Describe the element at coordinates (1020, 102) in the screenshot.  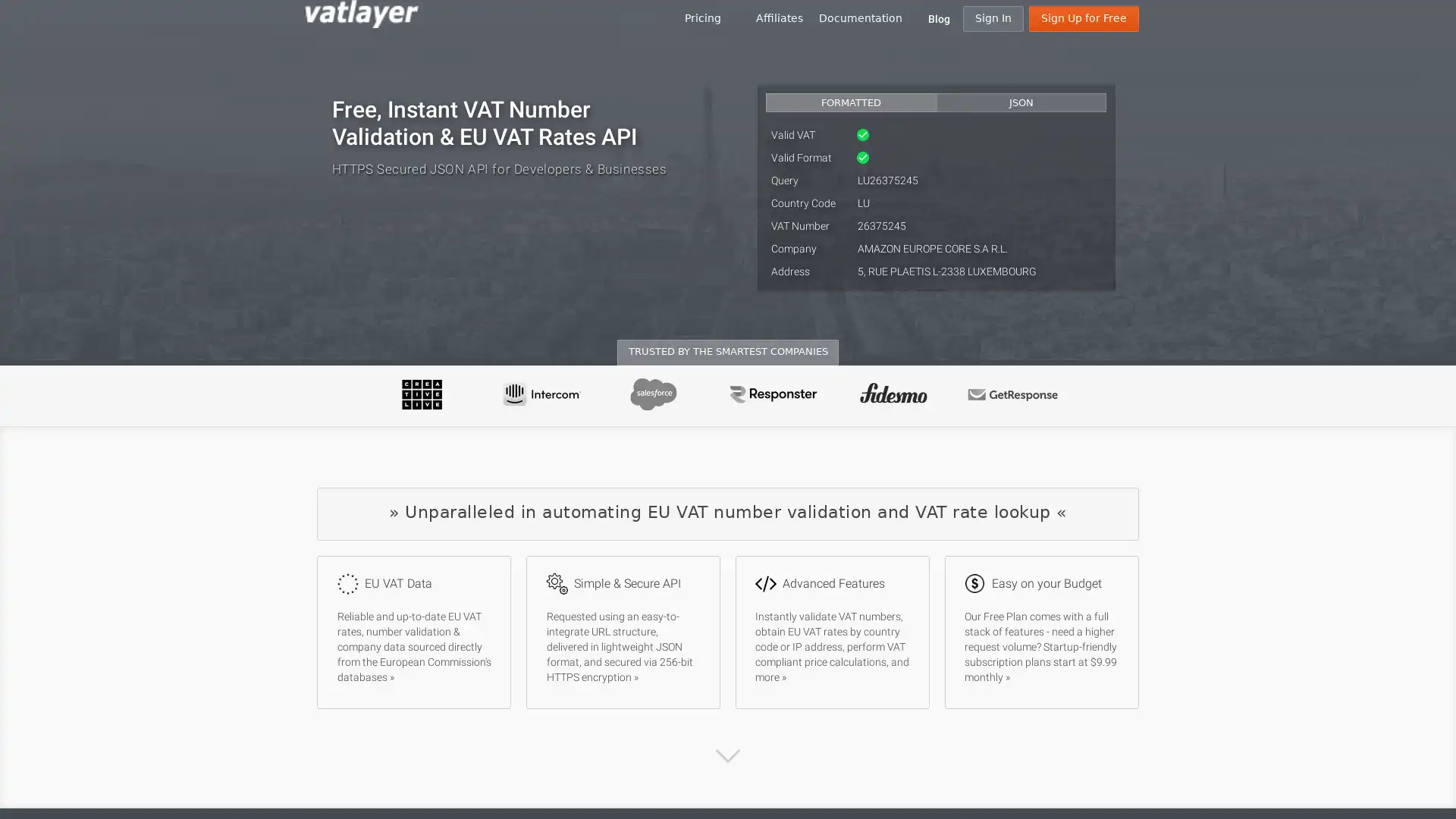
I see `JSON` at that location.